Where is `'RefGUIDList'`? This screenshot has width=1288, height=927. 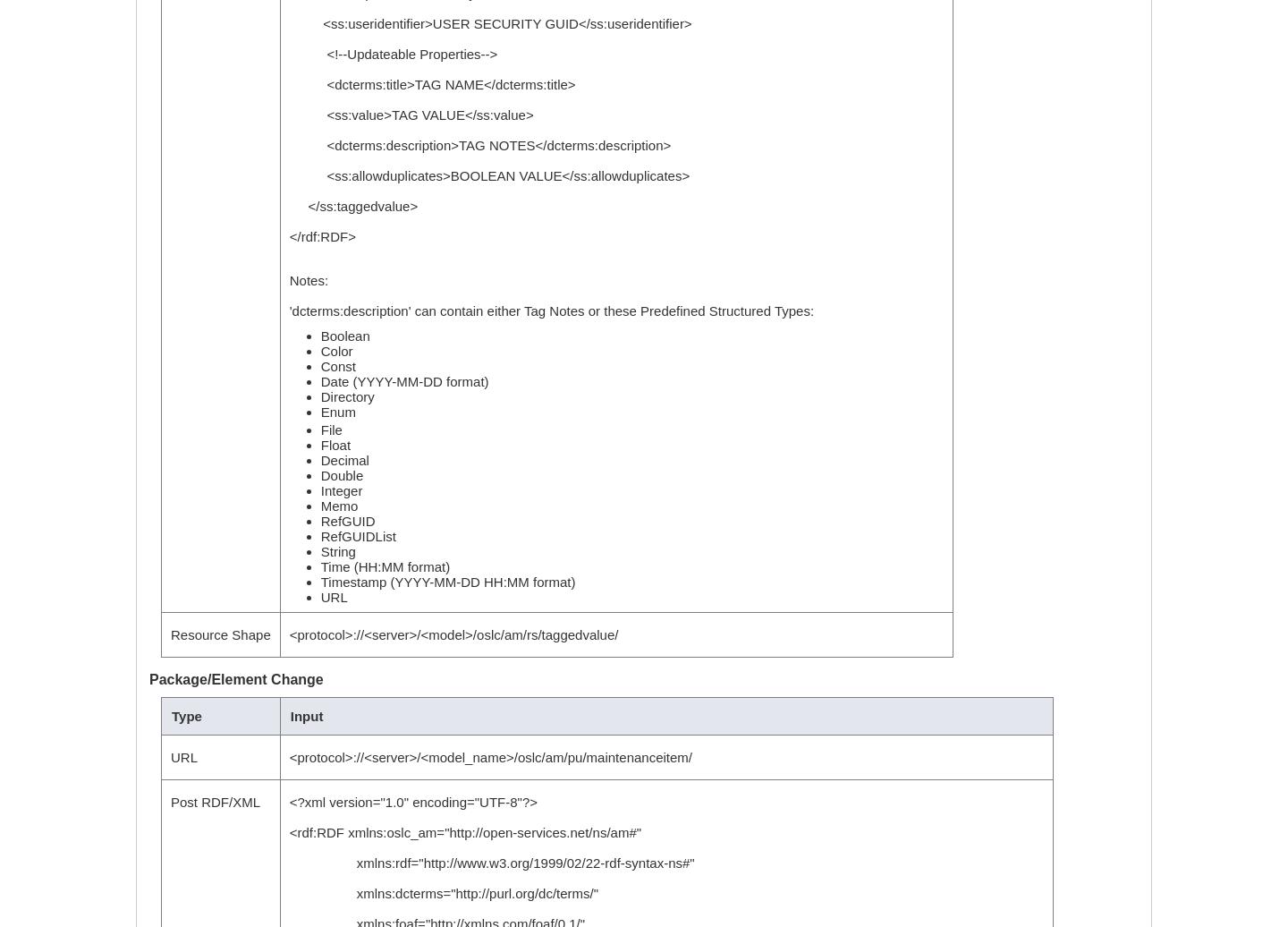
'RefGUIDList' is located at coordinates (357, 536).